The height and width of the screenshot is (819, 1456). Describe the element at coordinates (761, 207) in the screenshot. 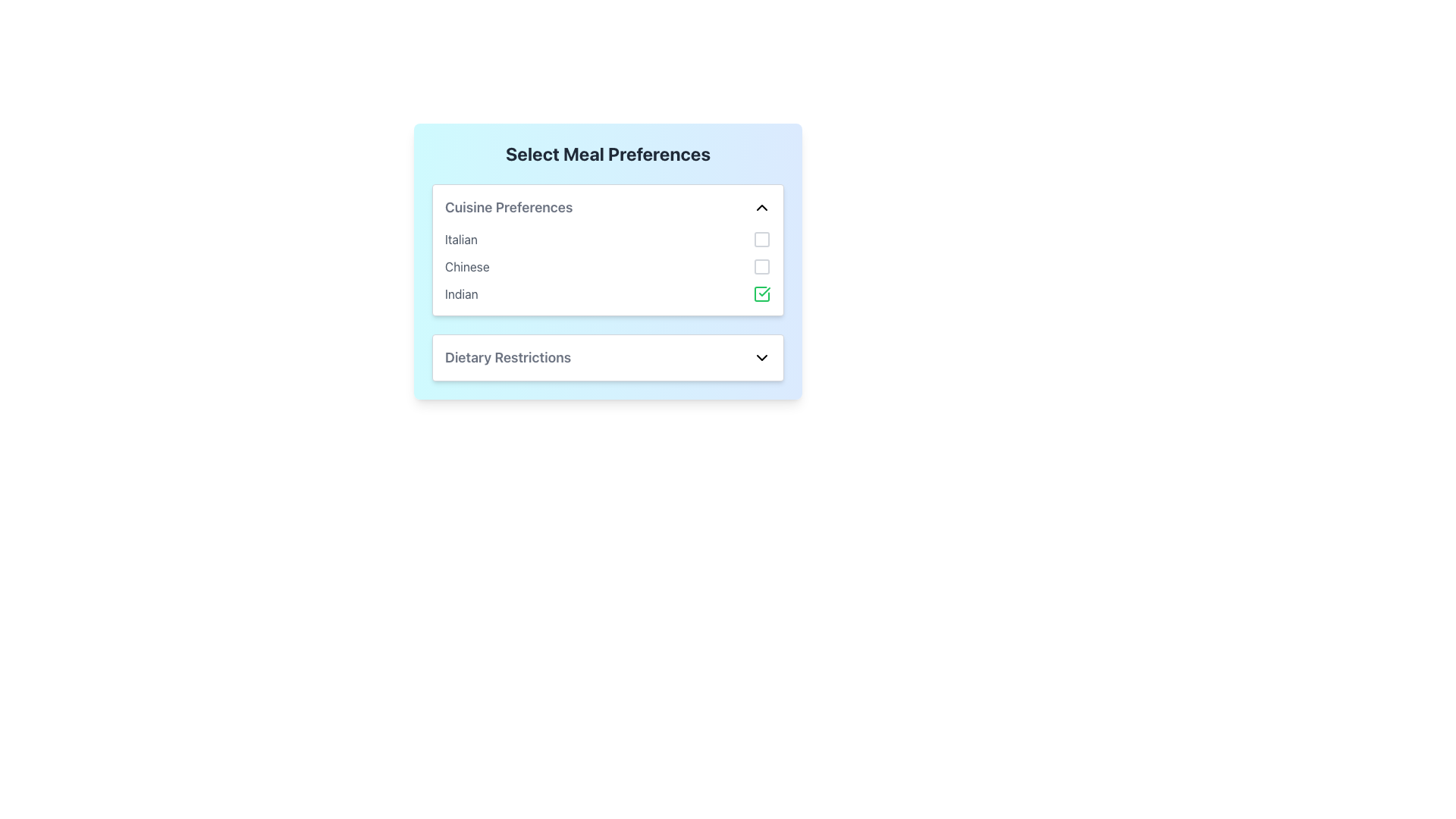

I see `the upward-facing chevron icon located to the right of the 'Cuisine Preferences' text` at that location.